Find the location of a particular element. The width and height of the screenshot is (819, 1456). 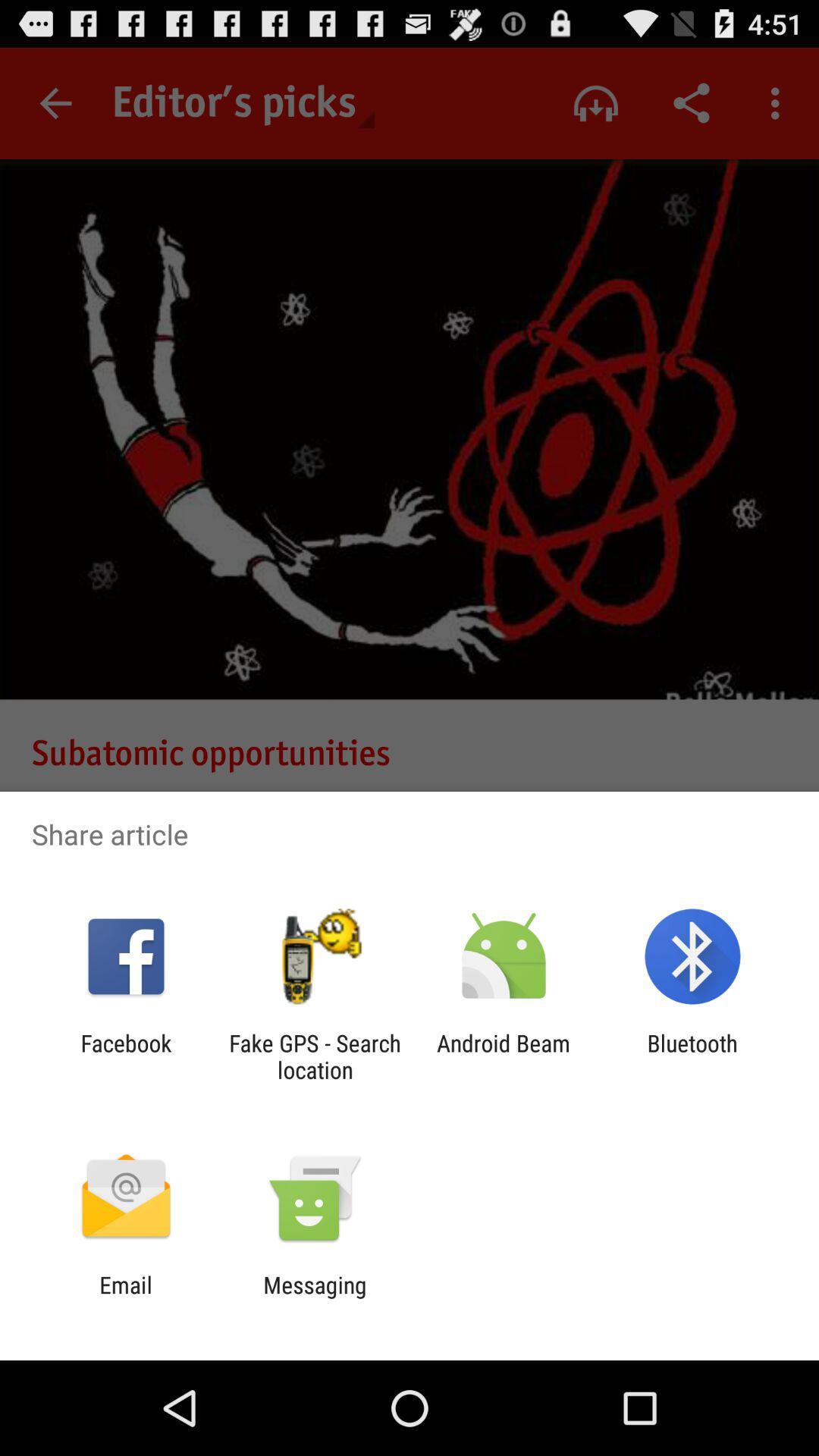

bluetooth icon is located at coordinates (692, 1056).